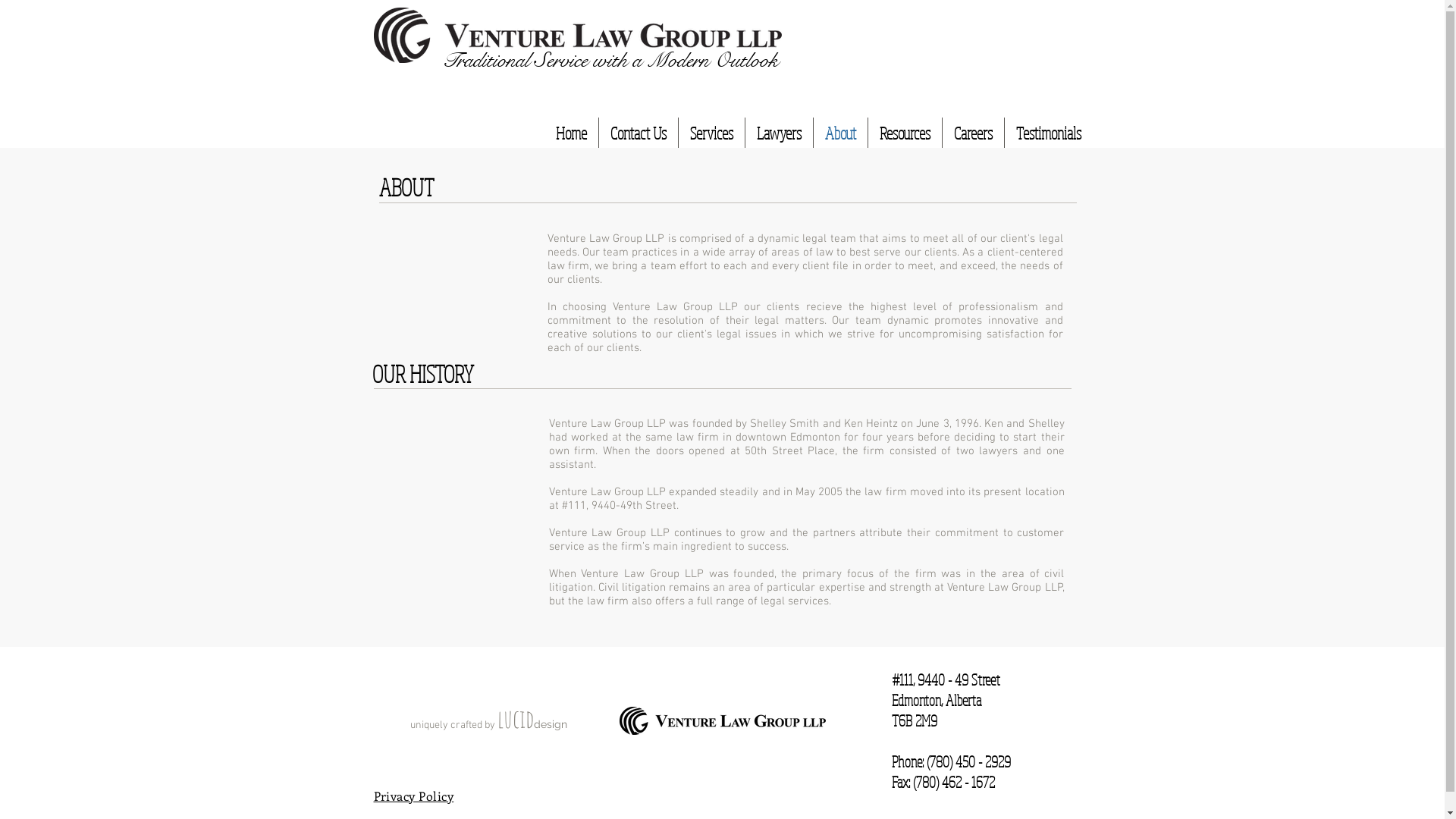 The image size is (1456, 819). What do you see at coordinates (576, 34) in the screenshot?
I see `'VentureLawLLPLogo.png'` at bounding box center [576, 34].